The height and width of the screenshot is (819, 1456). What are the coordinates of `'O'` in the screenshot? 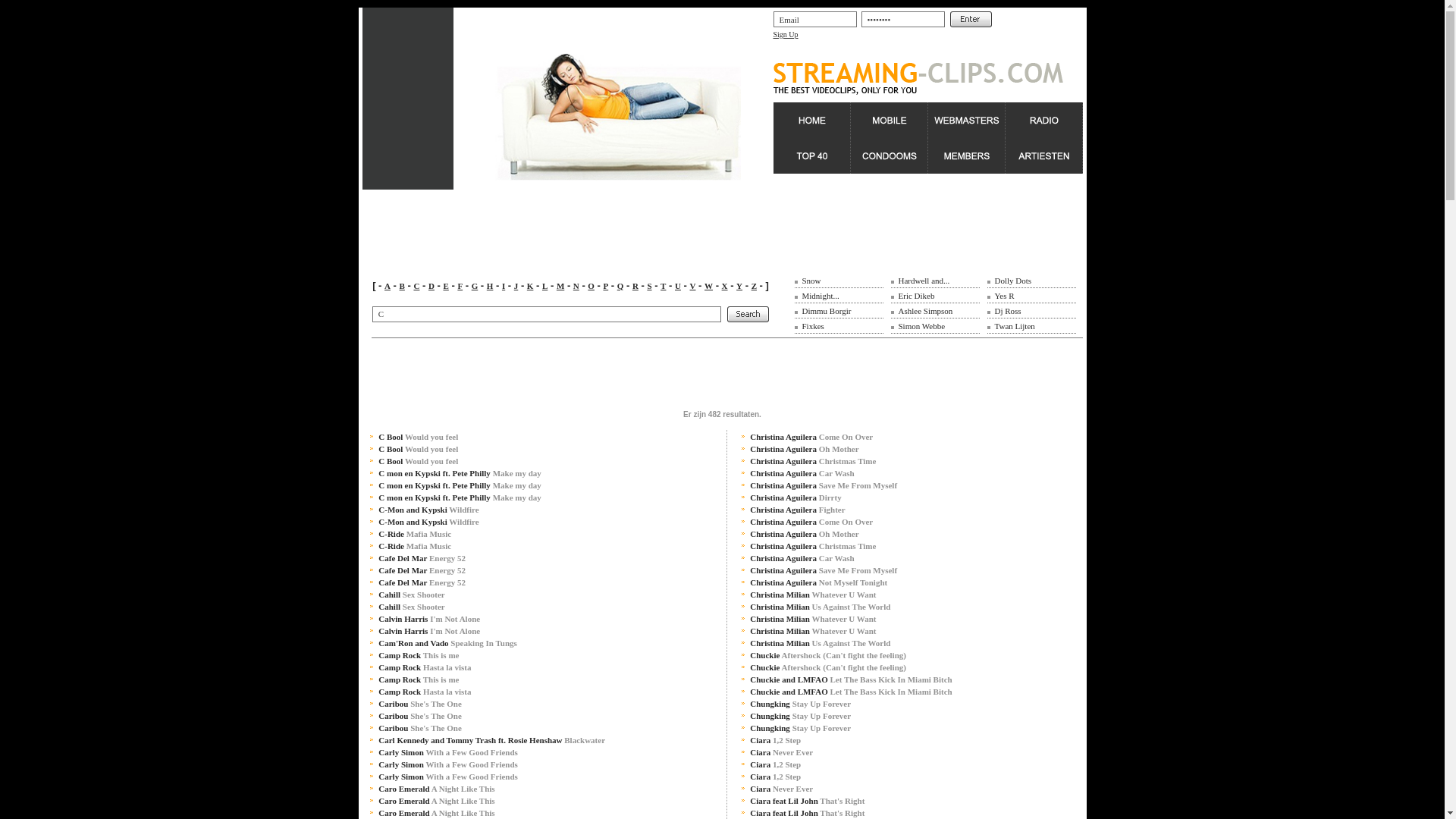 It's located at (590, 286).